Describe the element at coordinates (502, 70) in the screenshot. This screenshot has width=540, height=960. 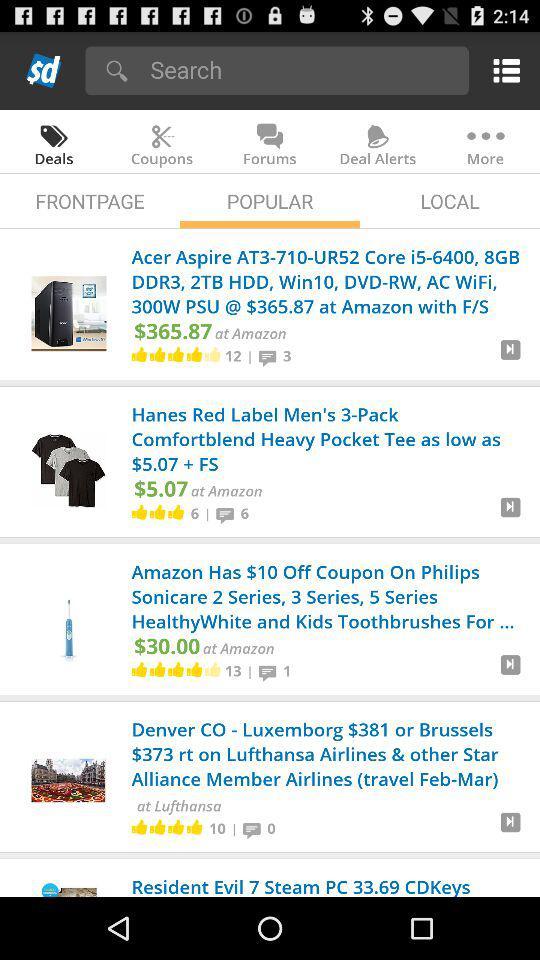
I see `drop down menu` at that location.